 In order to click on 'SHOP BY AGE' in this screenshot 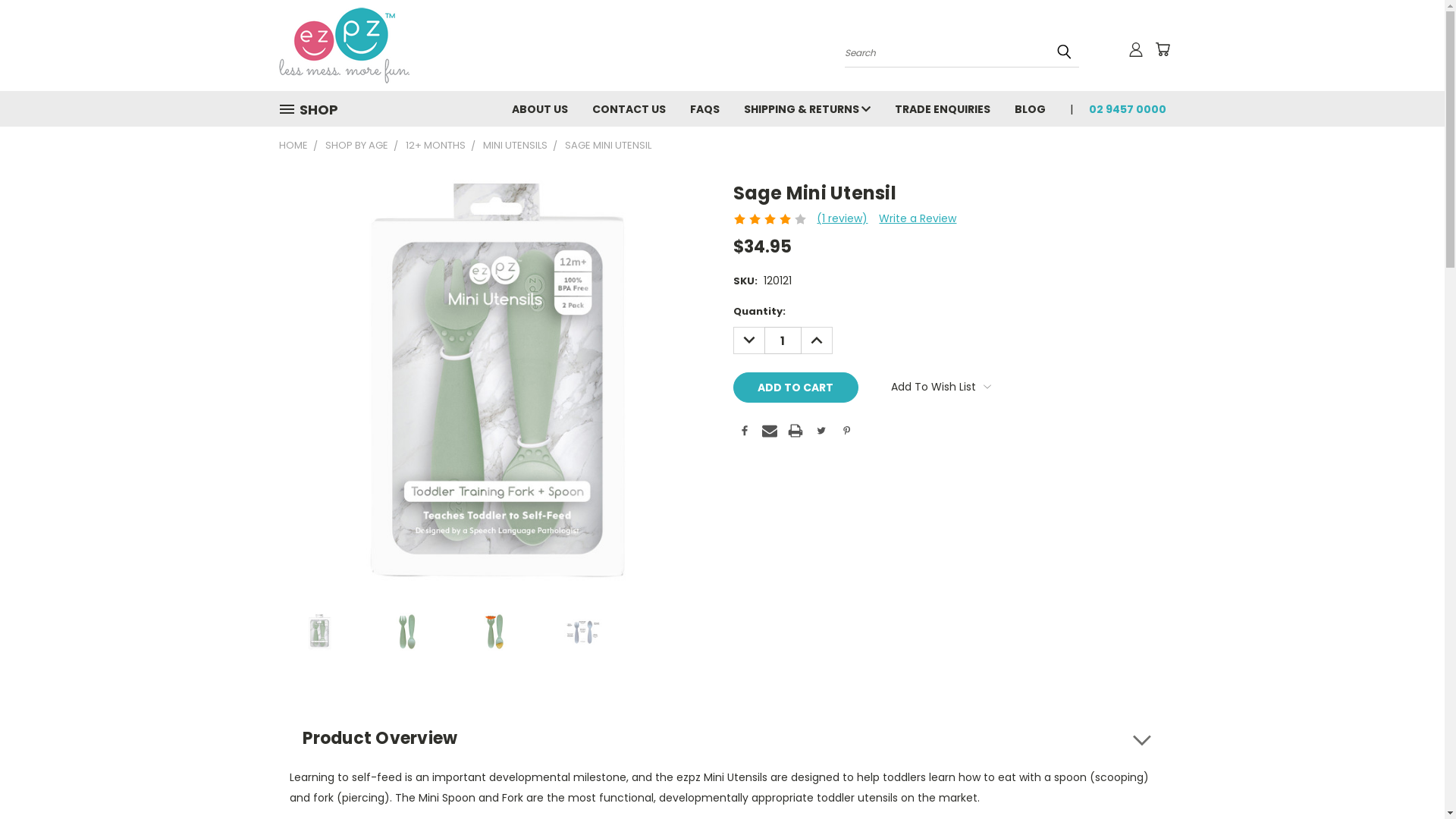, I will do `click(323, 145)`.